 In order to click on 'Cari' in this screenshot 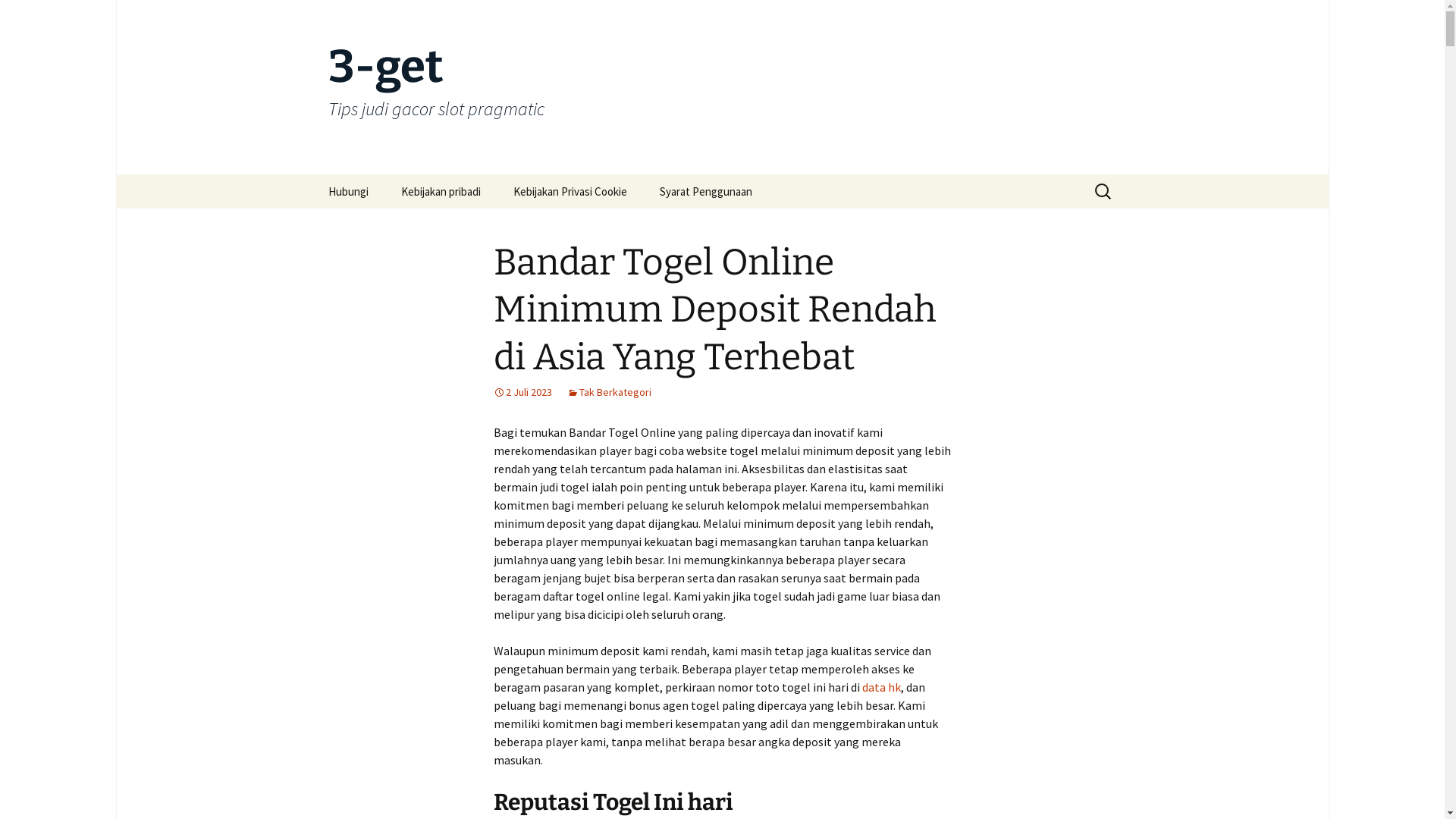, I will do `click(18, 17)`.